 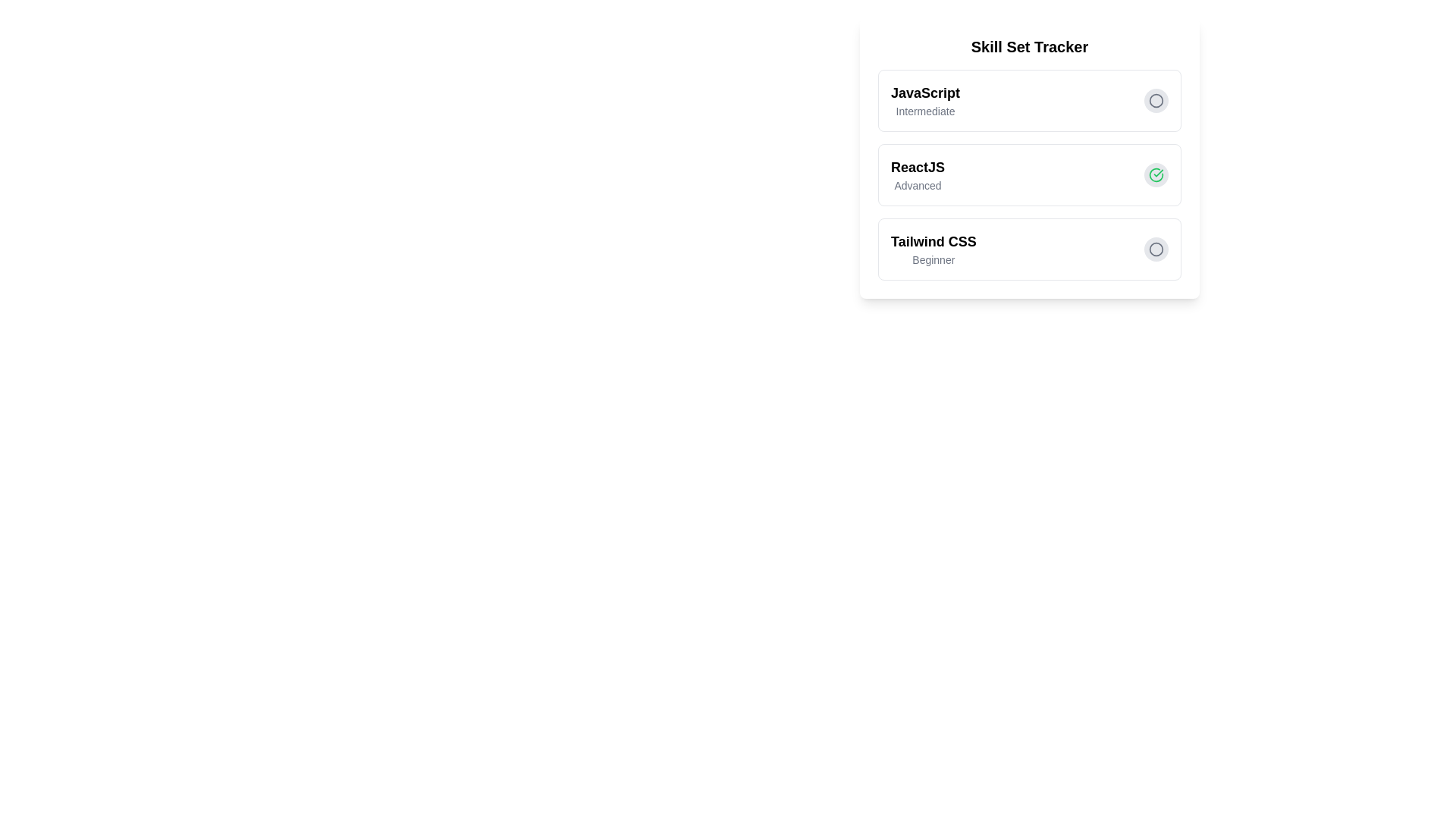 I want to click on the circular button with a green check mark icon, so click(x=1156, y=174).